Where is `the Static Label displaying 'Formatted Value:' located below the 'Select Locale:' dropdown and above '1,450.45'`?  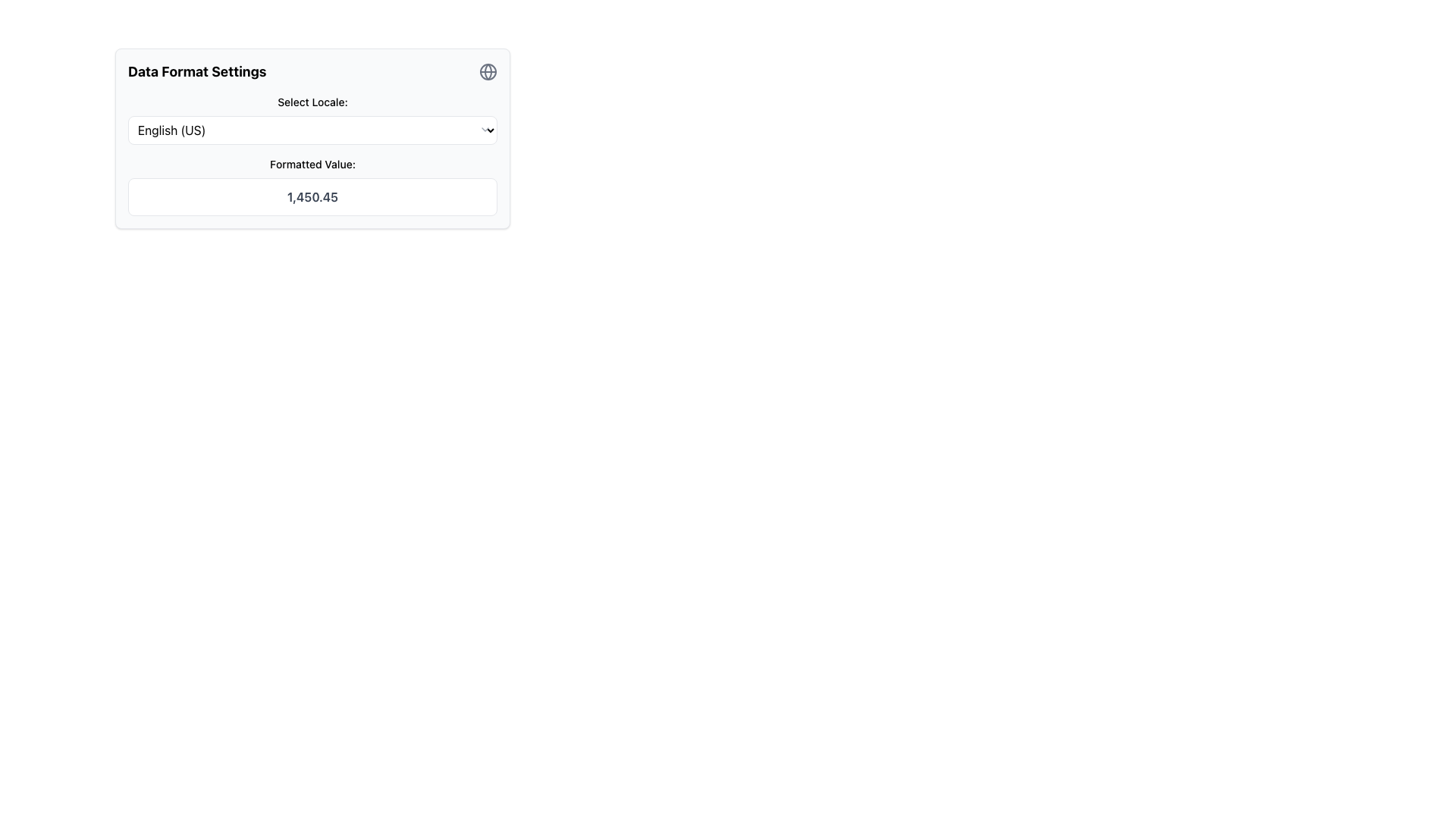
the Static Label displaying 'Formatted Value:' located below the 'Select Locale:' dropdown and above '1,450.45' is located at coordinates (312, 164).